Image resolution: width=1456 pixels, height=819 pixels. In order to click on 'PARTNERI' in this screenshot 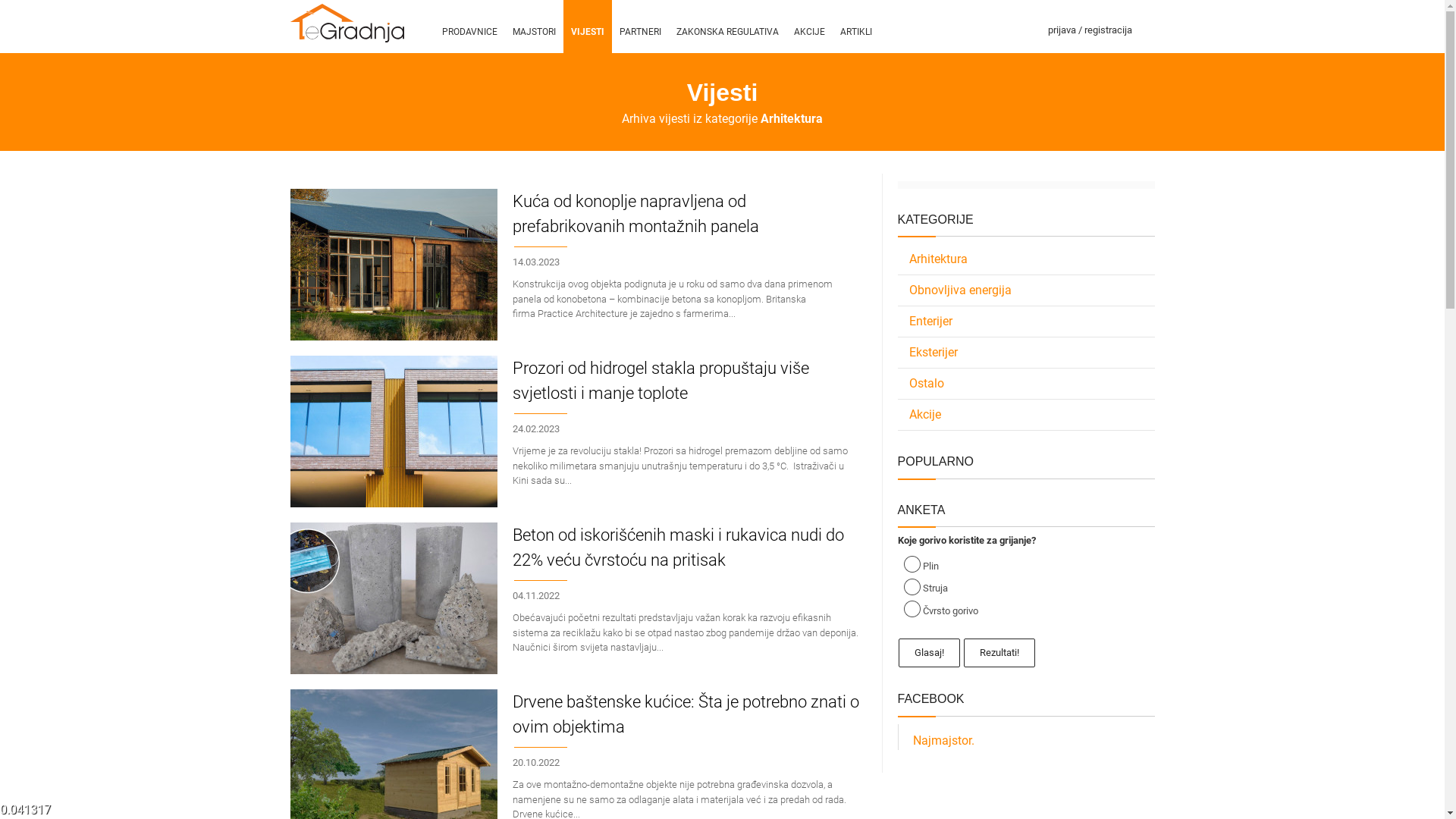, I will do `click(639, 26)`.